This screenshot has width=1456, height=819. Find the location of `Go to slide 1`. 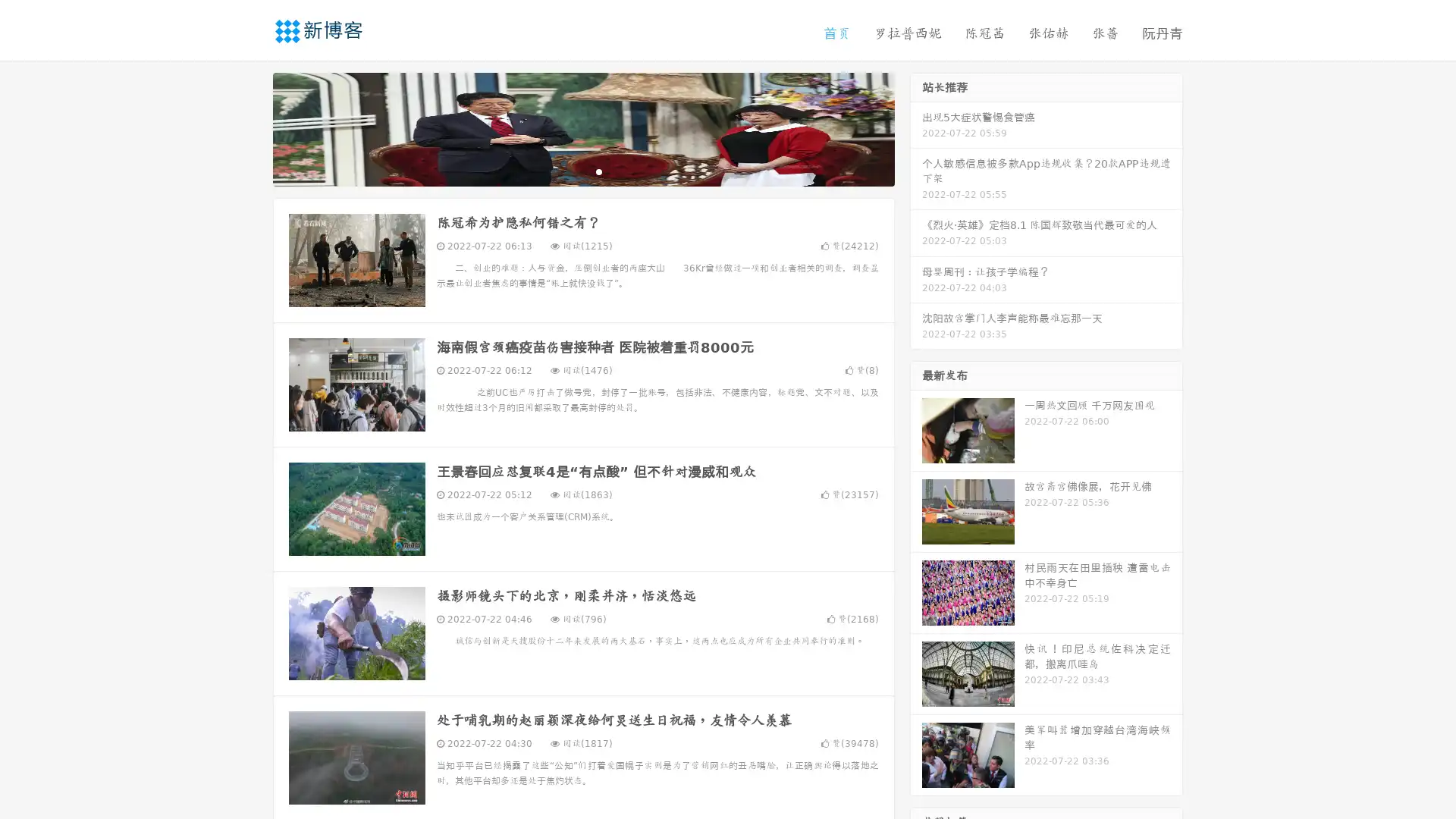

Go to slide 1 is located at coordinates (567, 171).